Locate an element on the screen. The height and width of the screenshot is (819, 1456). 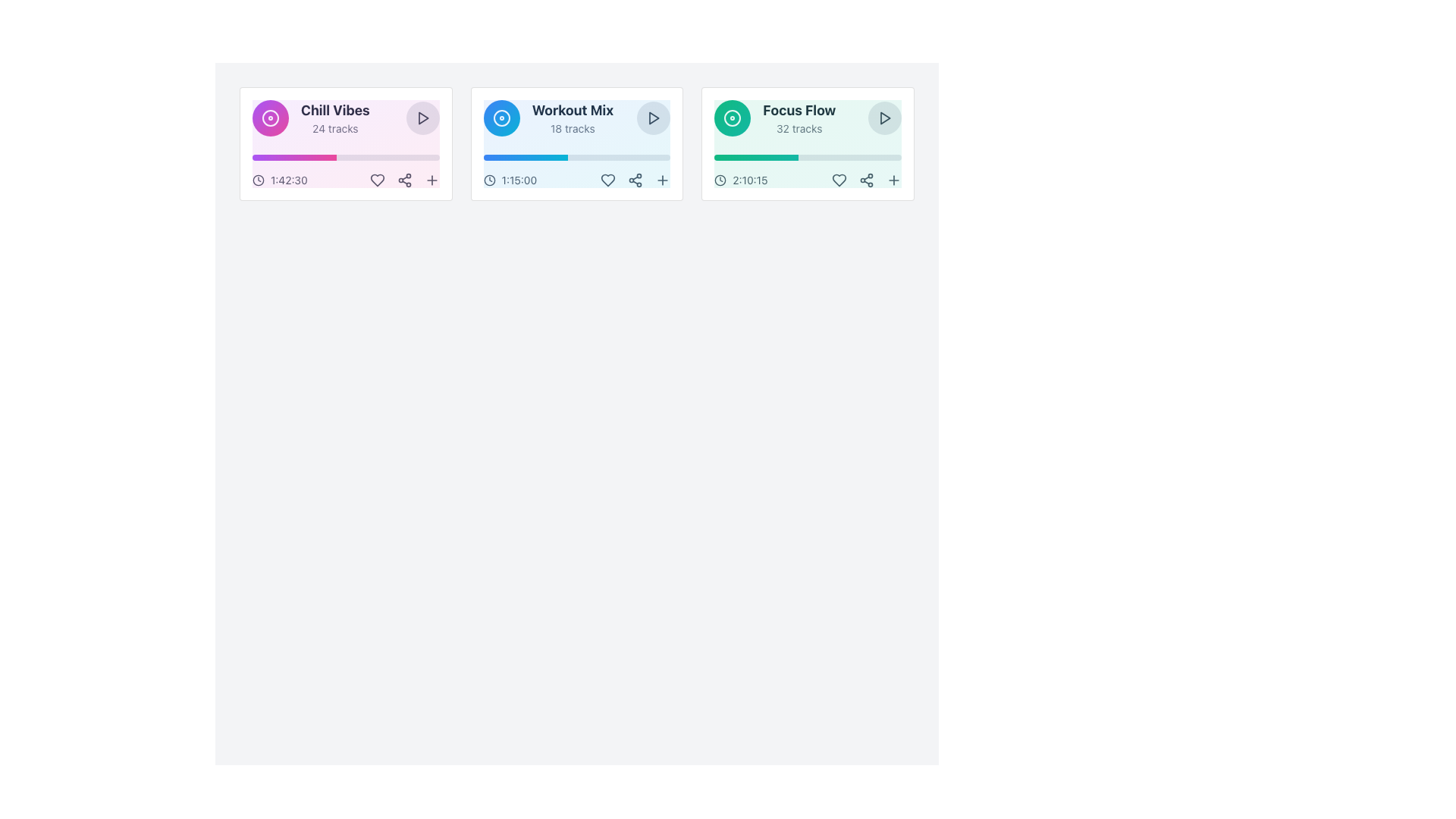
the play button located at the far right of the 'Focus Flow' section to initiate playback of the 'Focus Flow' playlist is located at coordinates (884, 117).